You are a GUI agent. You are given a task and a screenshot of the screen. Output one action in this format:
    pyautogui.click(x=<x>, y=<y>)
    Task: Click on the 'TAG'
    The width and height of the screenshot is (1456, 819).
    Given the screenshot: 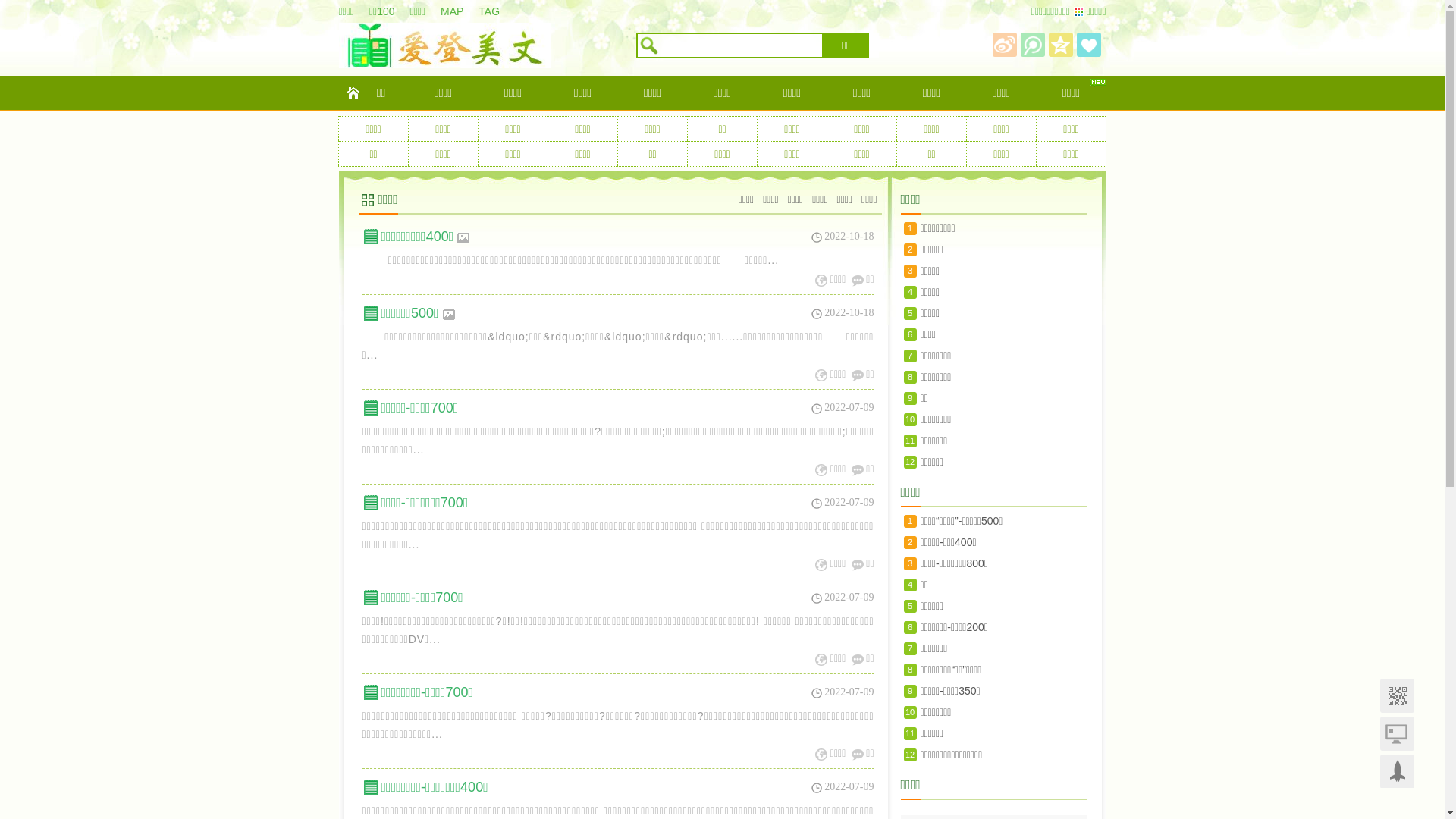 What is the action you would take?
    pyautogui.click(x=496, y=11)
    